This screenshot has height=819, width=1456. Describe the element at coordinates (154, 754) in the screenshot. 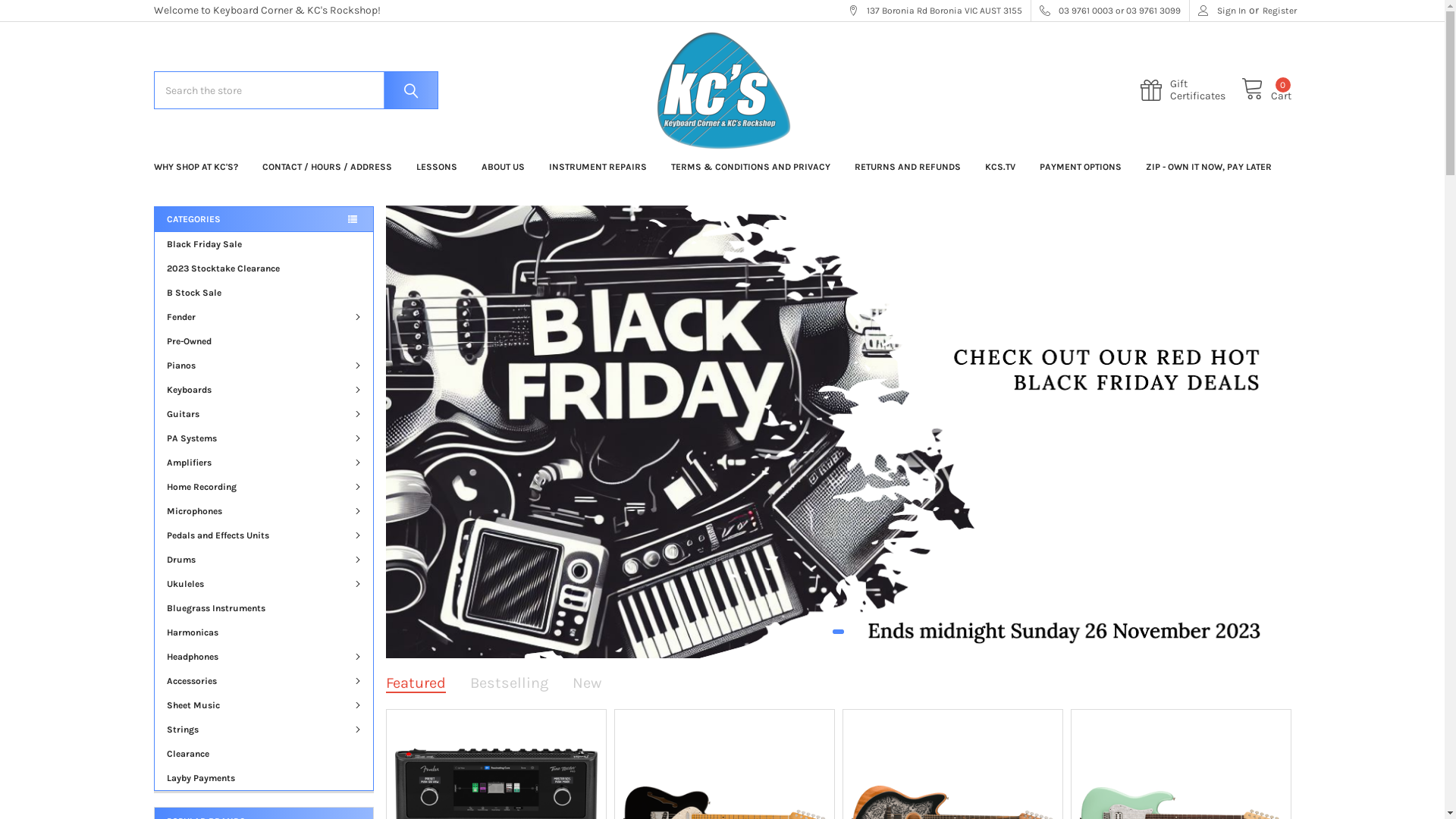

I see `'Clearance'` at that location.